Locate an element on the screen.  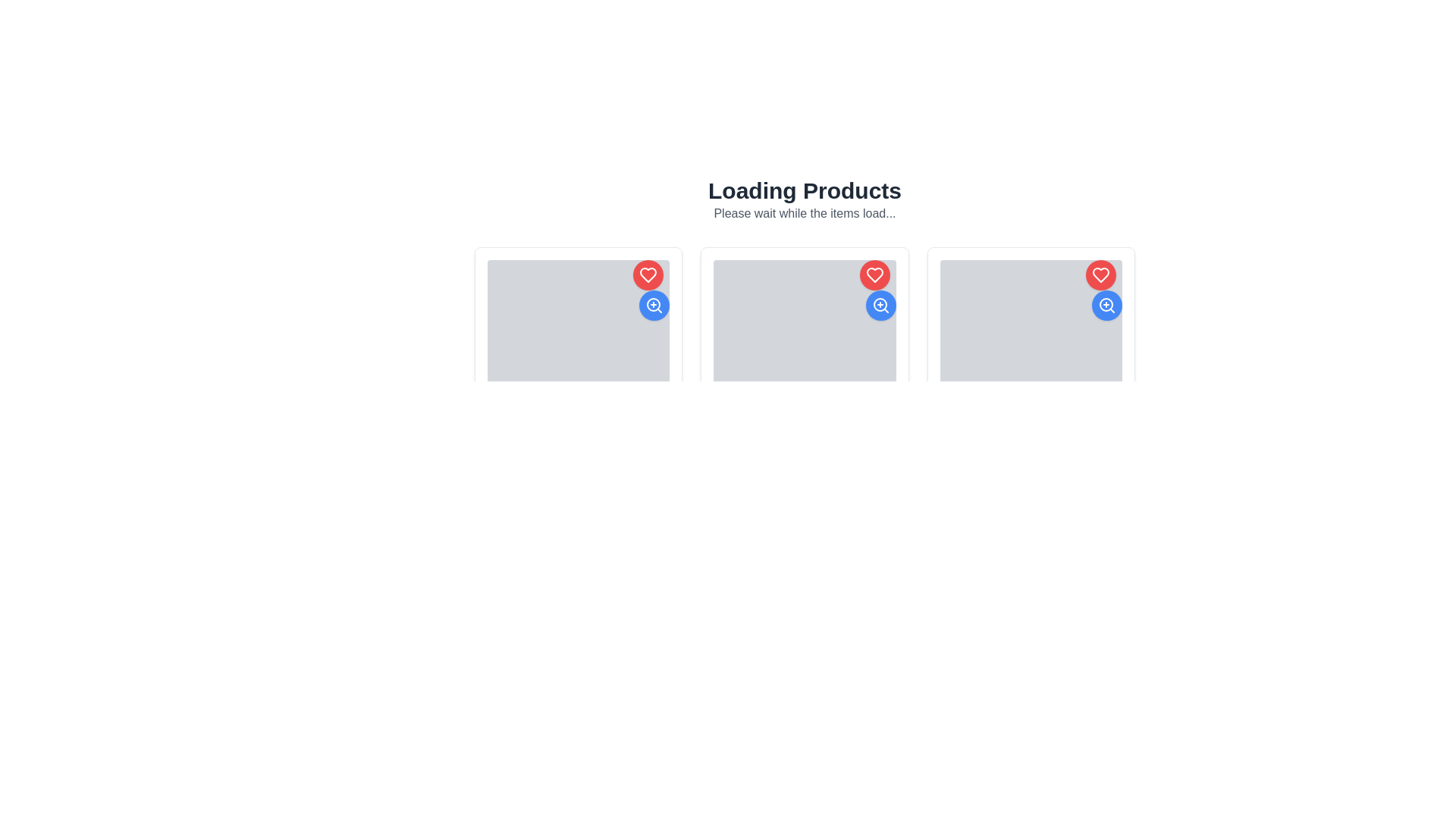
the first action button in the top-right corner of the third image thumbnail is located at coordinates (1100, 275).